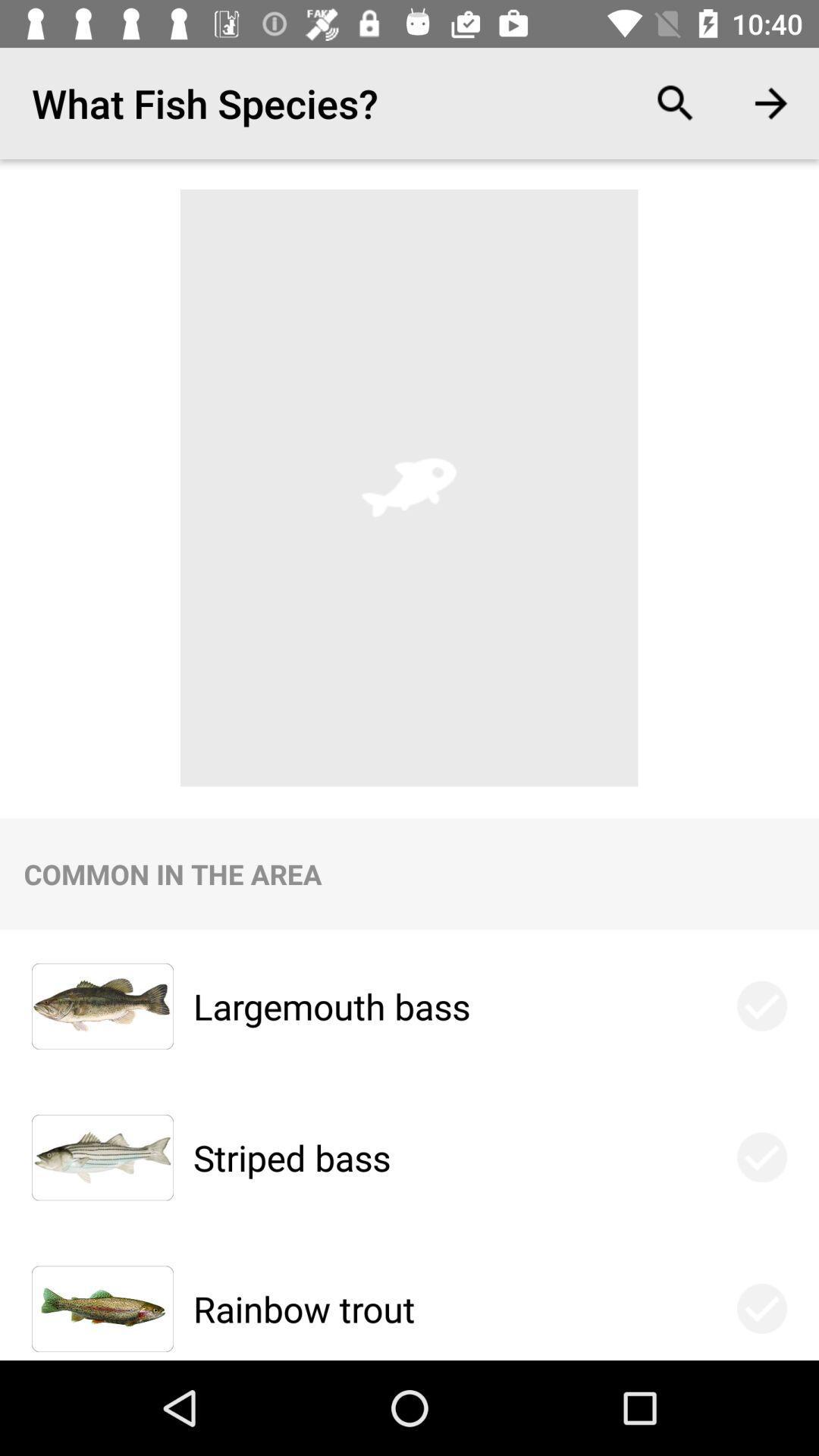  What do you see at coordinates (675, 102) in the screenshot?
I see `icon next to the what fish species? icon` at bounding box center [675, 102].